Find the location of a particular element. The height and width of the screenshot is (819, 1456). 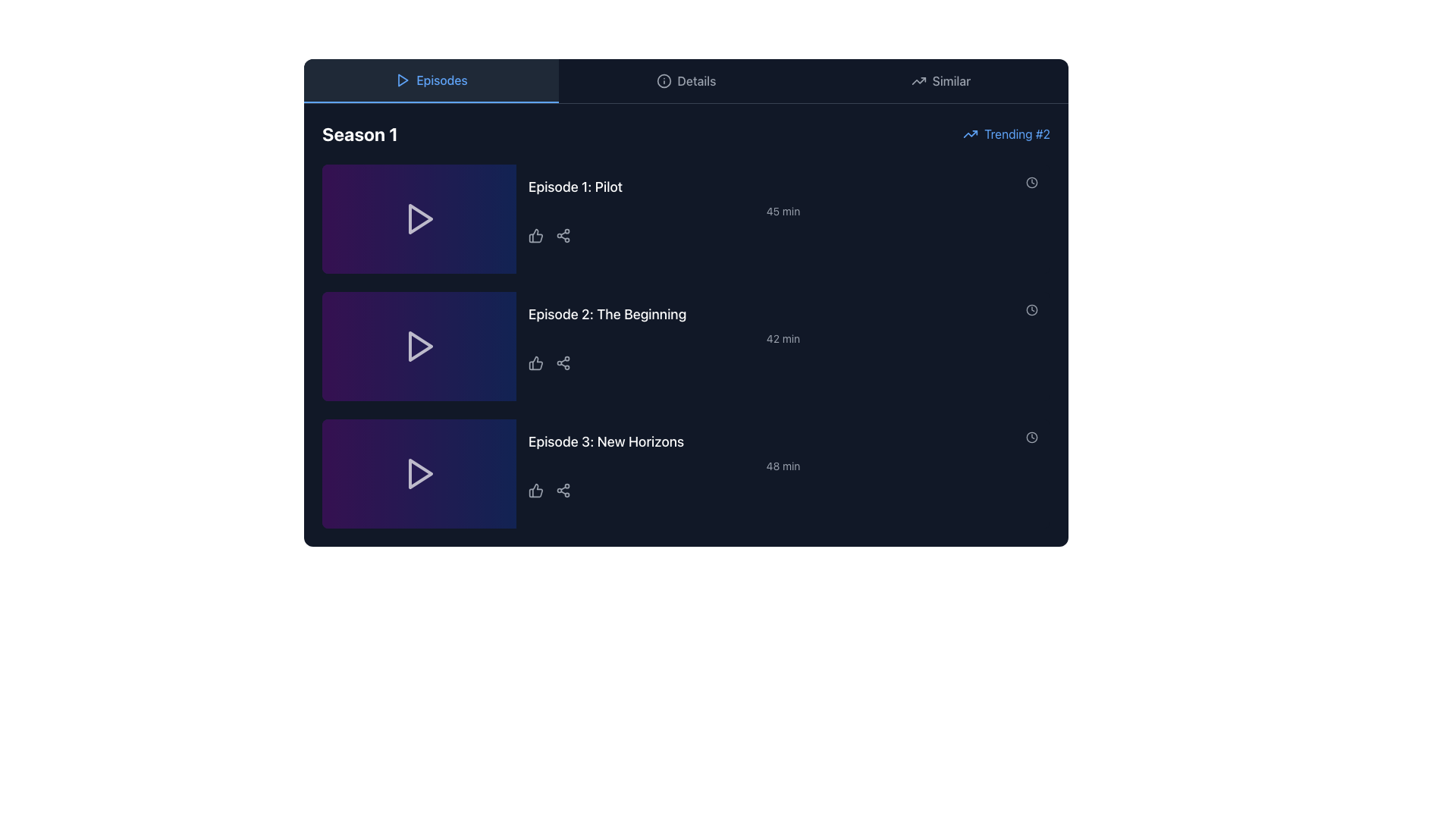

the triangular play icon button located in the first card of the vertical list of episodes, which is on the left side of the Episode 1 card is located at coordinates (421, 219).